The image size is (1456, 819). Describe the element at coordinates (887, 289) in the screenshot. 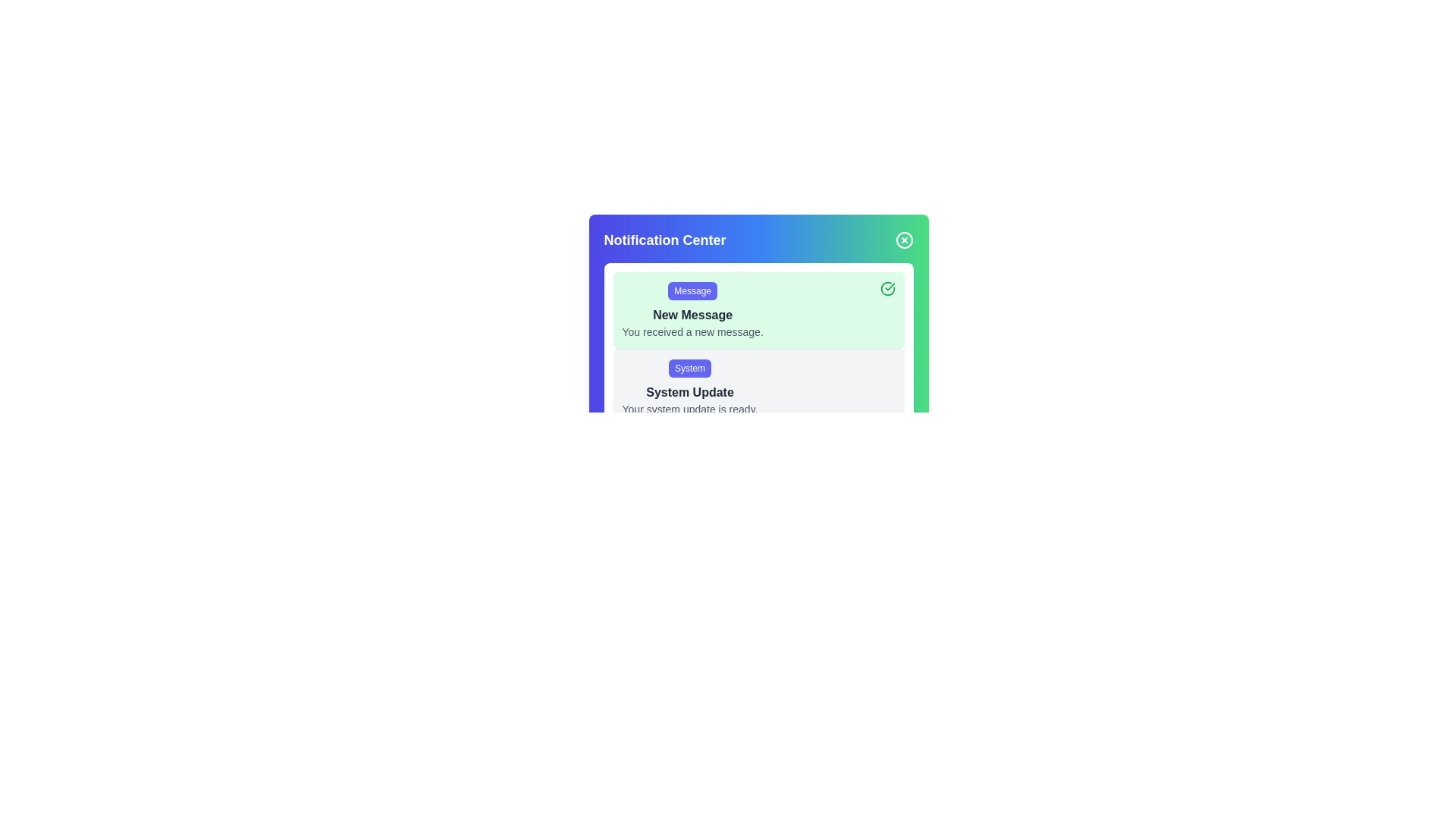

I see `the 'check circle' icon in the top-right corner of the 'New Message' card, which signifies a confirmation state` at that location.